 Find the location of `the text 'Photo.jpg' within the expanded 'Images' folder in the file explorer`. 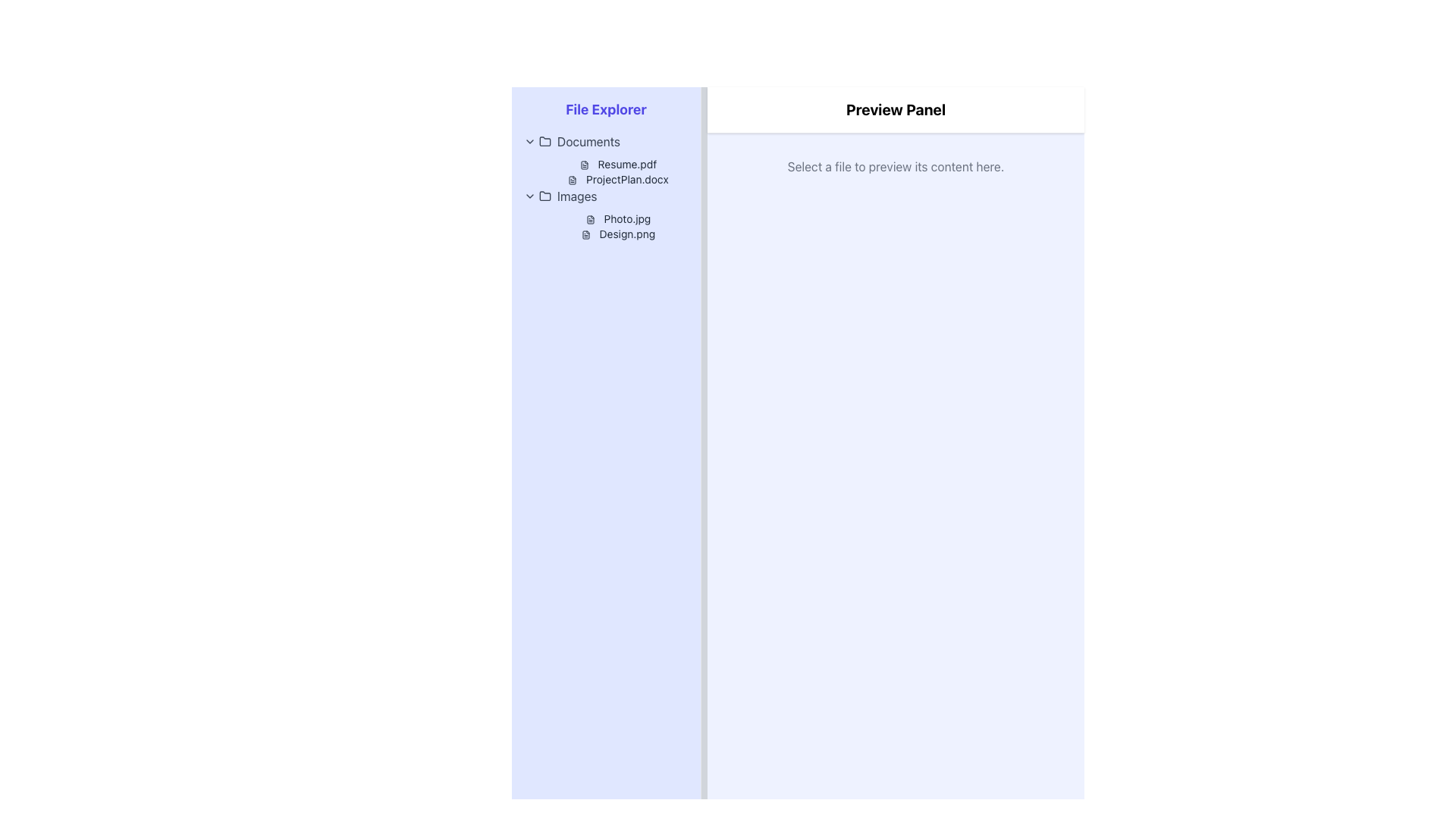

the text 'Photo.jpg' within the expanded 'Images' folder in the file explorer is located at coordinates (605, 214).